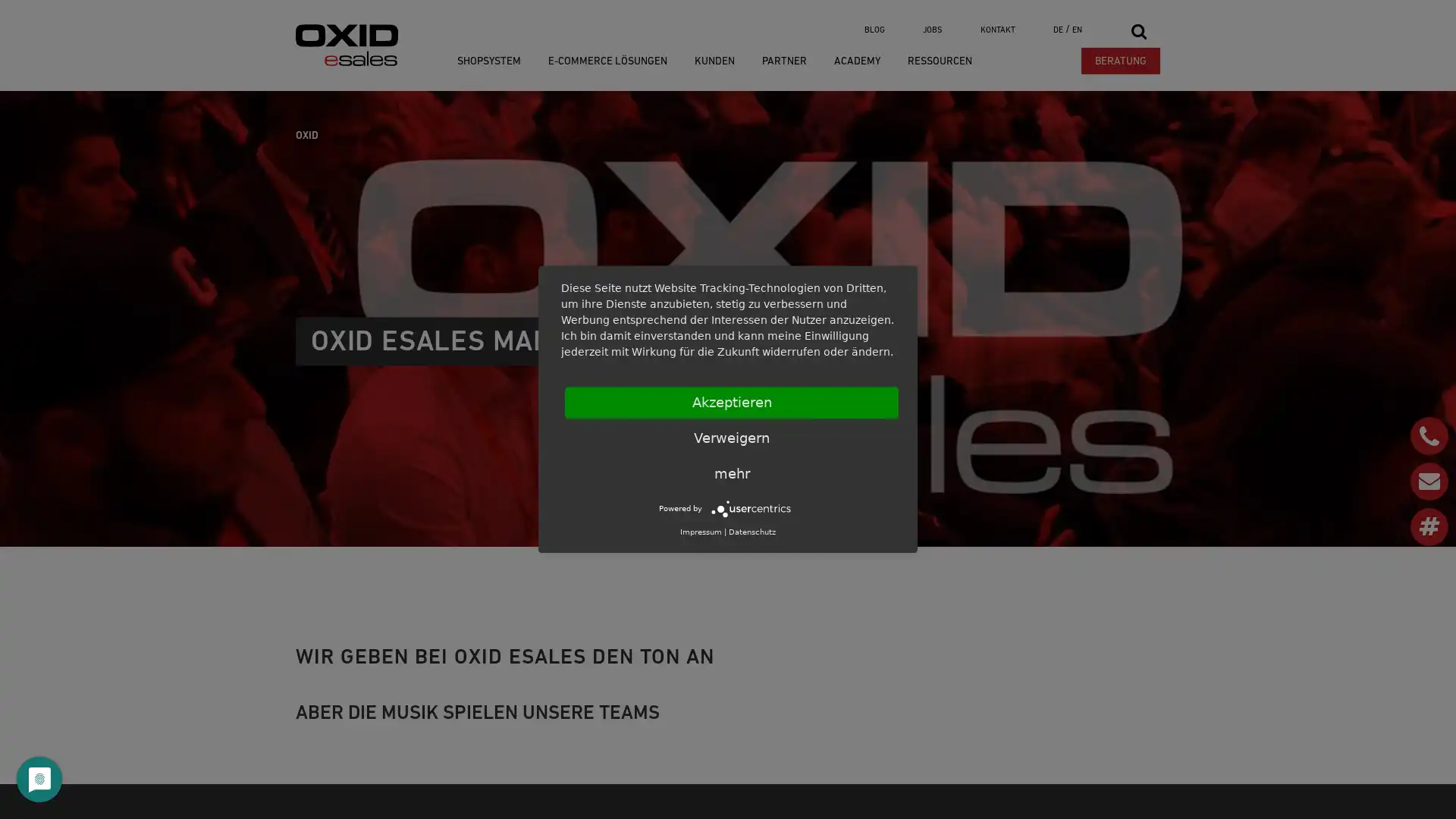 The image size is (1456, 819). What do you see at coordinates (731, 402) in the screenshot?
I see `Akzeptieren` at bounding box center [731, 402].